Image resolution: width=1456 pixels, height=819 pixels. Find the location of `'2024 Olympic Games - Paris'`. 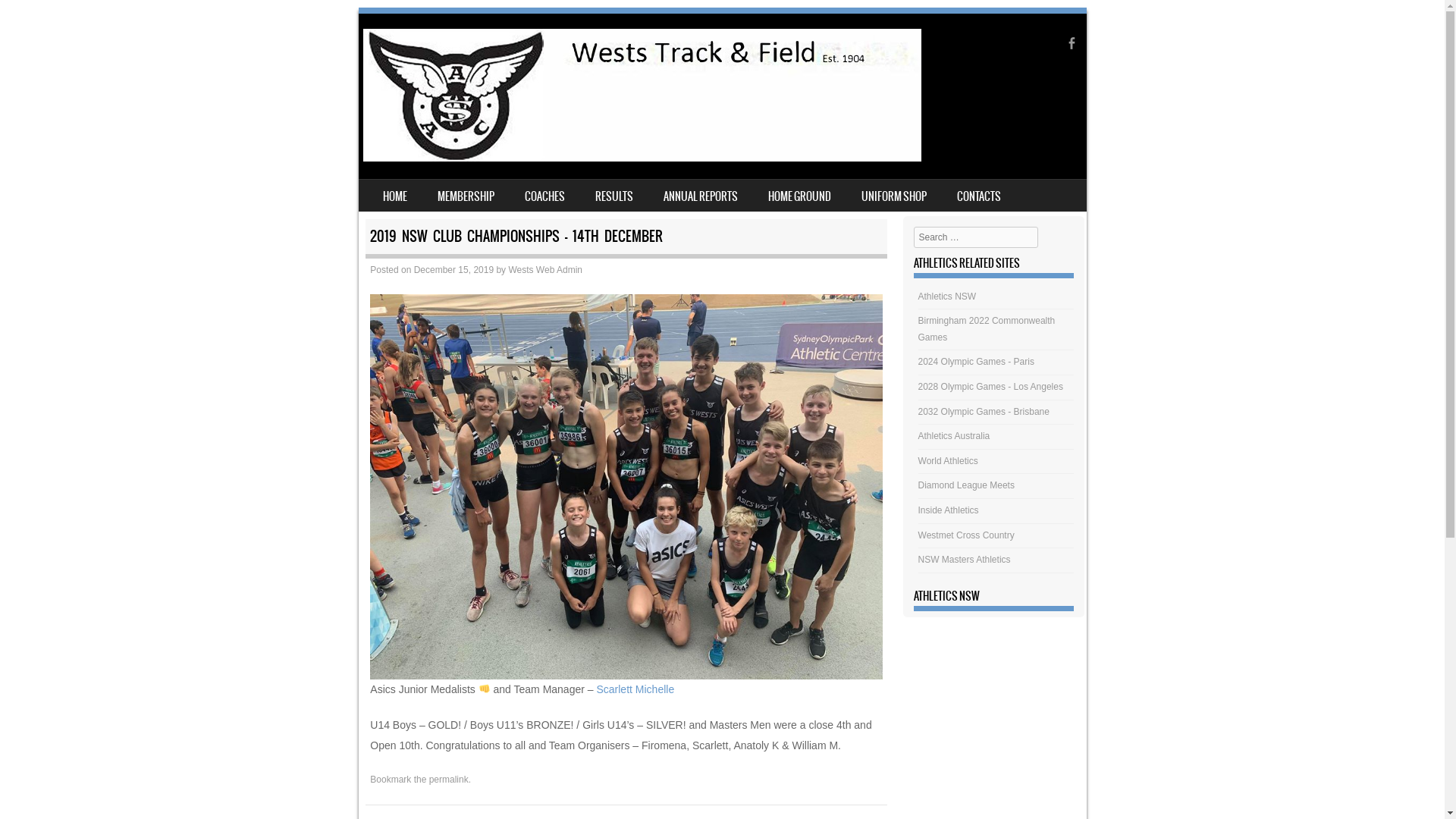

'2024 Olympic Games - Paris' is located at coordinates (917, 362).